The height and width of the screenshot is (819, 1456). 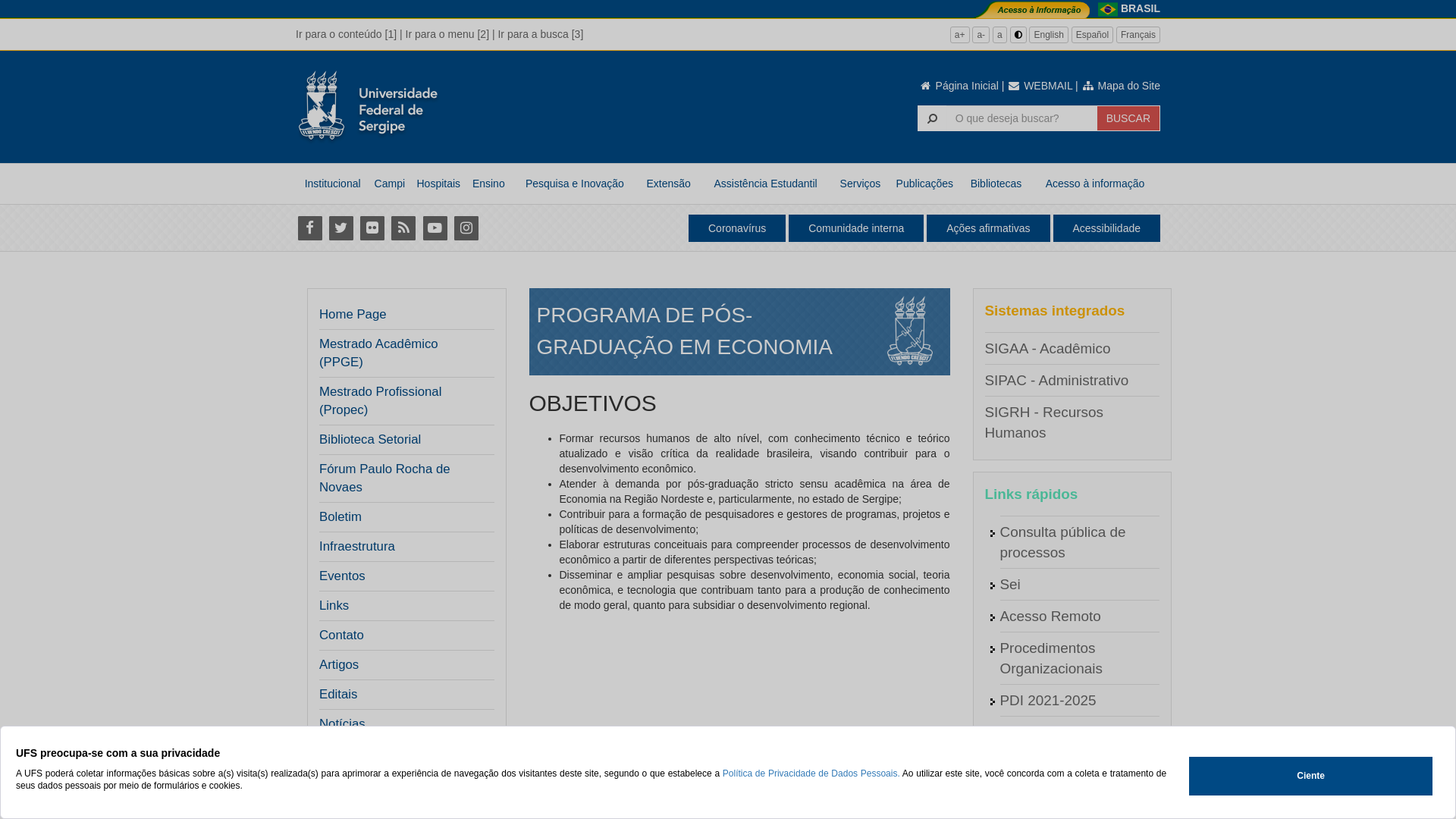 What do you see at coordinates (996, 183) in the screenshot?
I see `'Bibliotecas'` at bounding box center [996, 183].